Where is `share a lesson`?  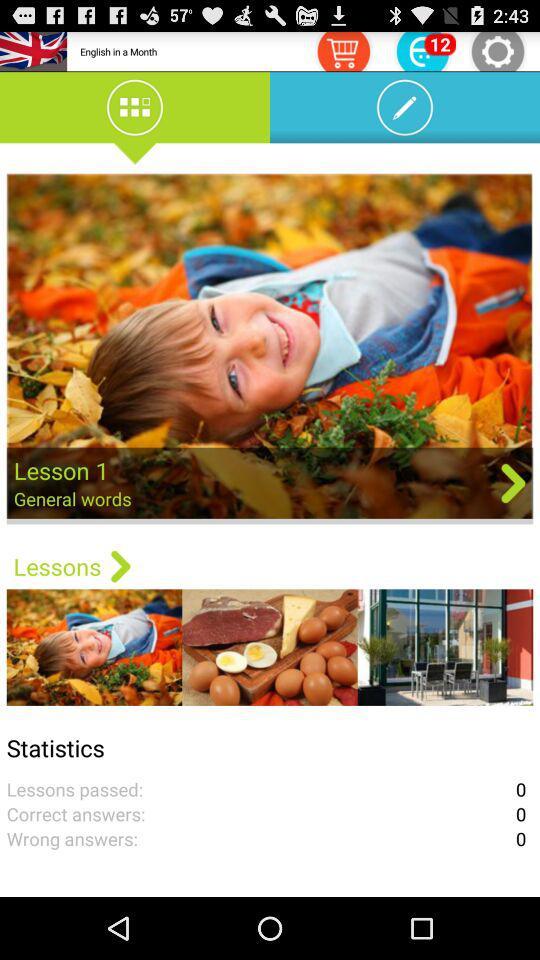
share a lesson is located at coordinates (270, 348).